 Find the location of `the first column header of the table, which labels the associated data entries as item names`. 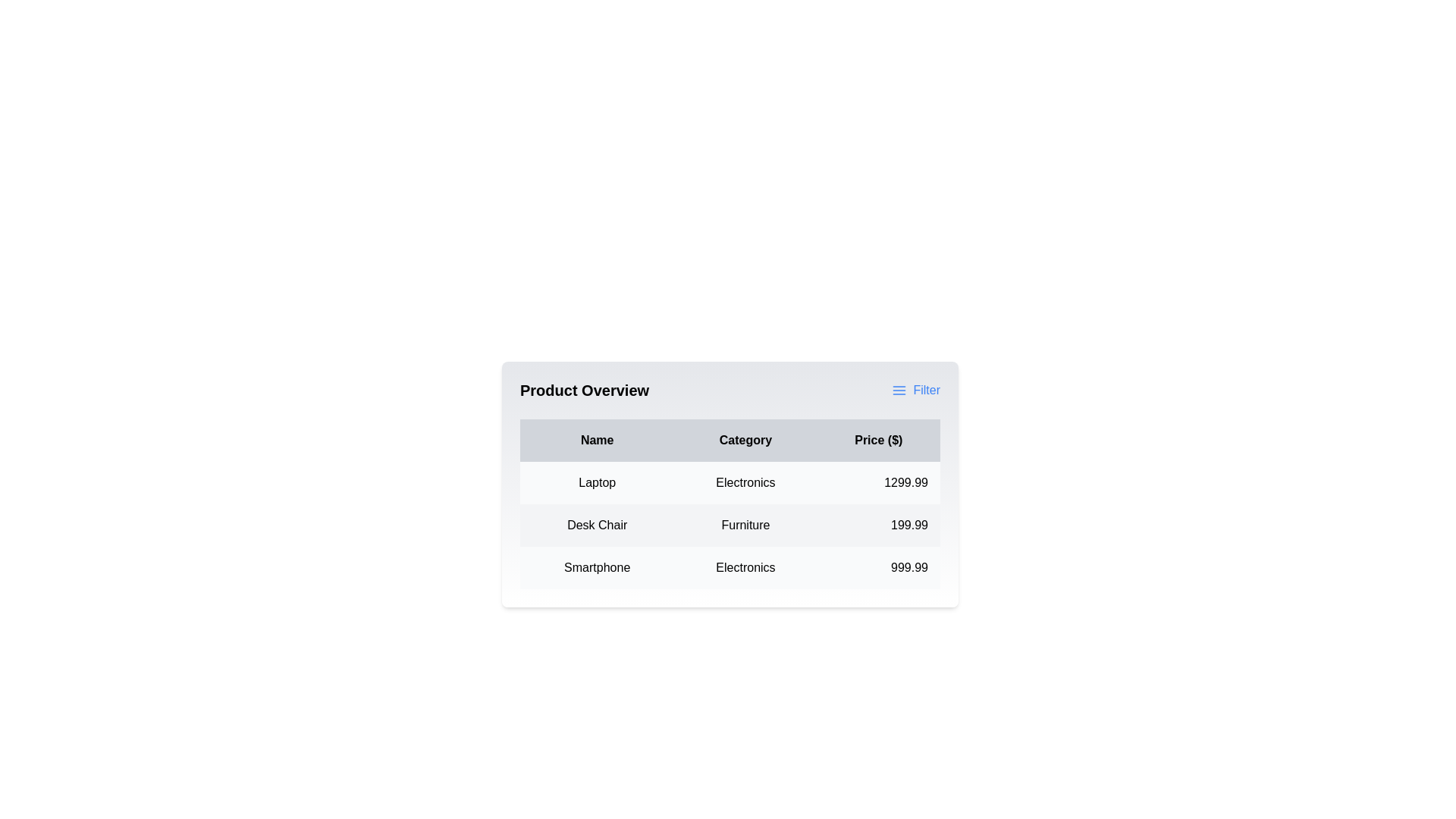

the first column header of the table, which labels the associated data entries as item names is located at coordinates (596, 441).